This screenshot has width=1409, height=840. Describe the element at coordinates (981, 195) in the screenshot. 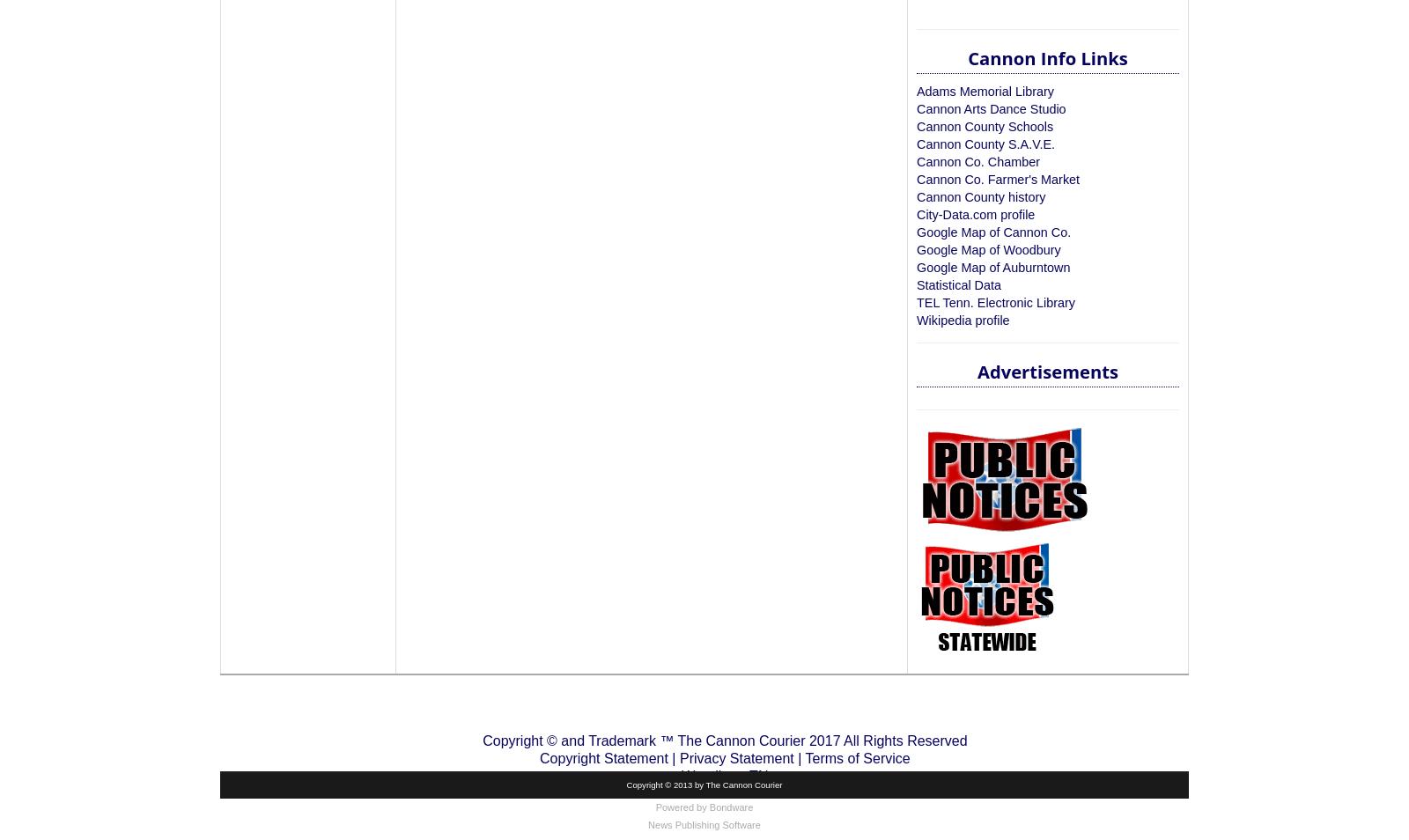

I see `'Cannon County history'` at that location.